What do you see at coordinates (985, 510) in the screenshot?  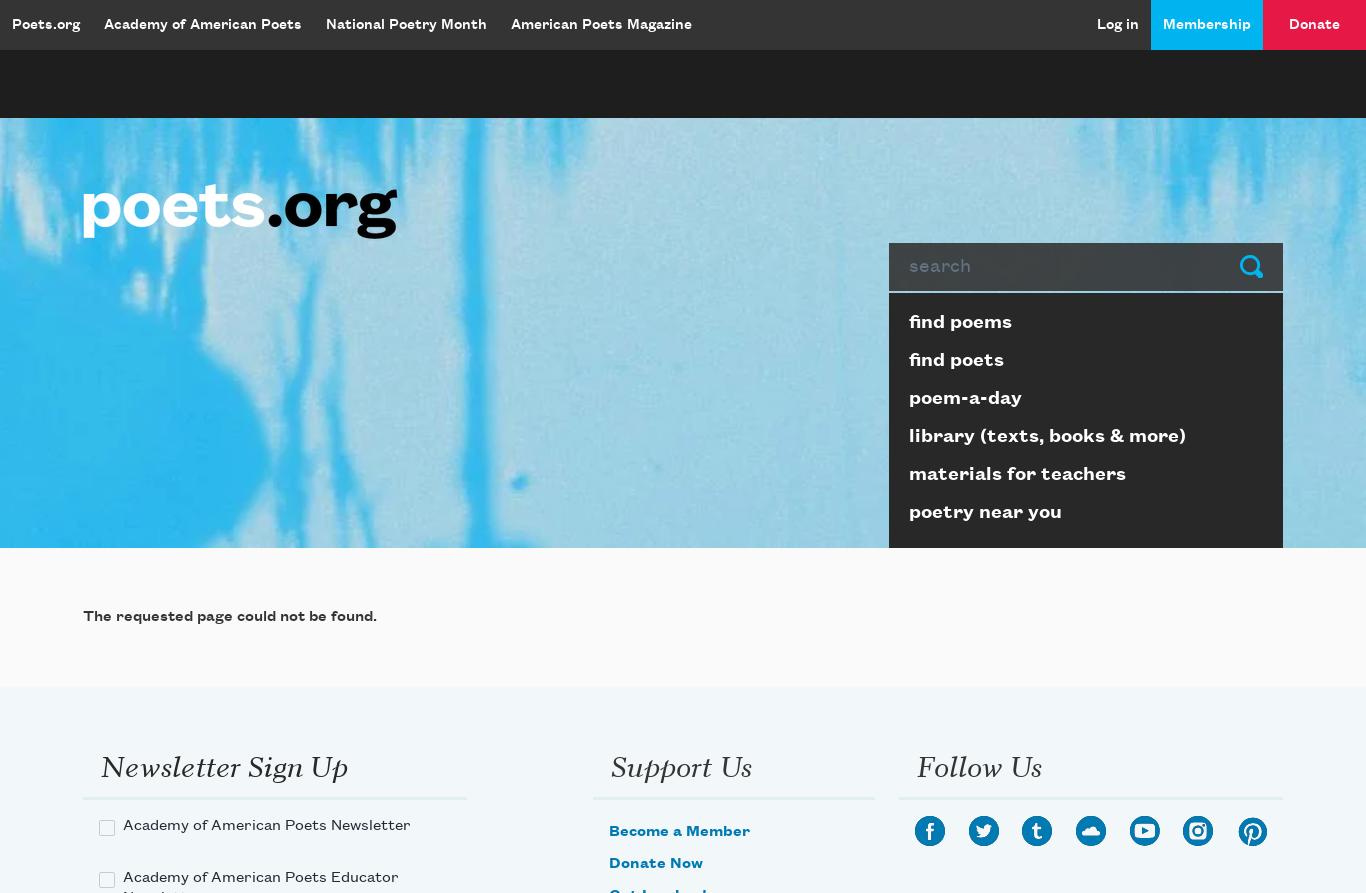 I see `'poetry near you'` at bounding box center [985, 510].